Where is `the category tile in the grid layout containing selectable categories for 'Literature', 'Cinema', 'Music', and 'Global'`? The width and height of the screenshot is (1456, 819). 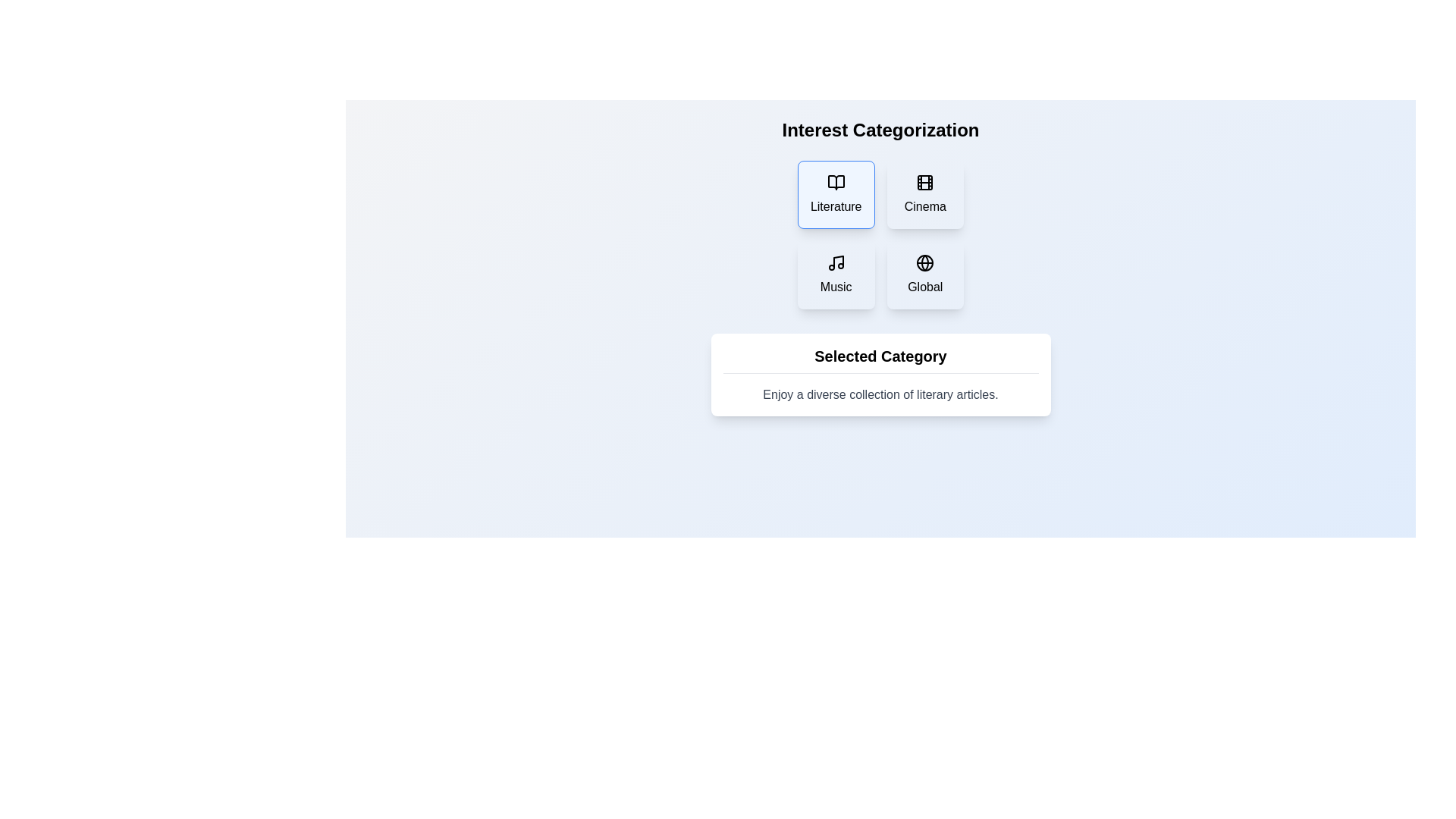 the category tile in the grid layout containing selectable categories for 'Literature', 'Cinema', 'Music', and 'Global' is located at coordinates (880, 234).